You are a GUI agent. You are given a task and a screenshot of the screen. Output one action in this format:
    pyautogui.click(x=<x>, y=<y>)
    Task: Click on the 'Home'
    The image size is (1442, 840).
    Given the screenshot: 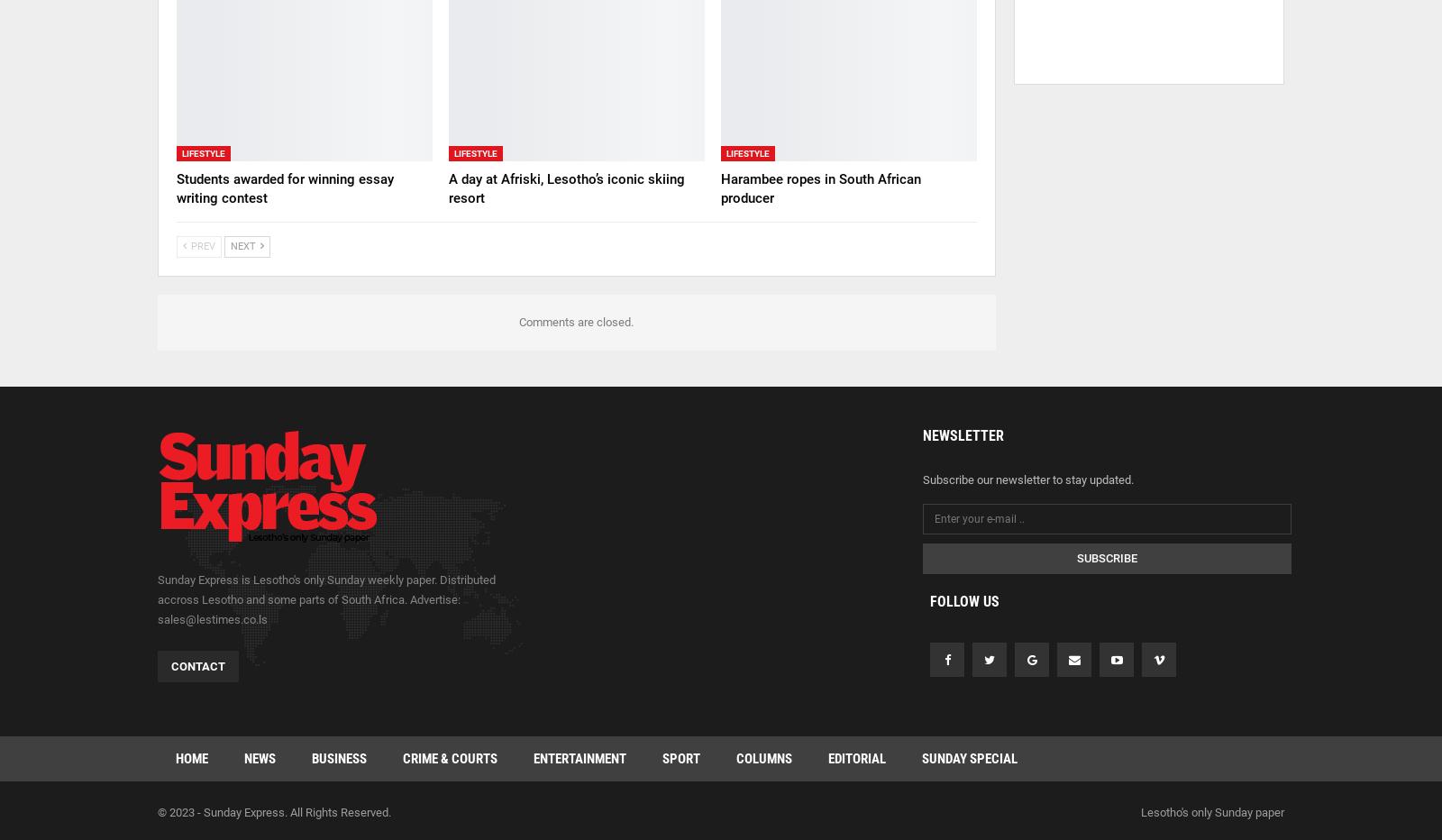 What is the action you would take?
    pyautogui.click(x=191, y=757)
    